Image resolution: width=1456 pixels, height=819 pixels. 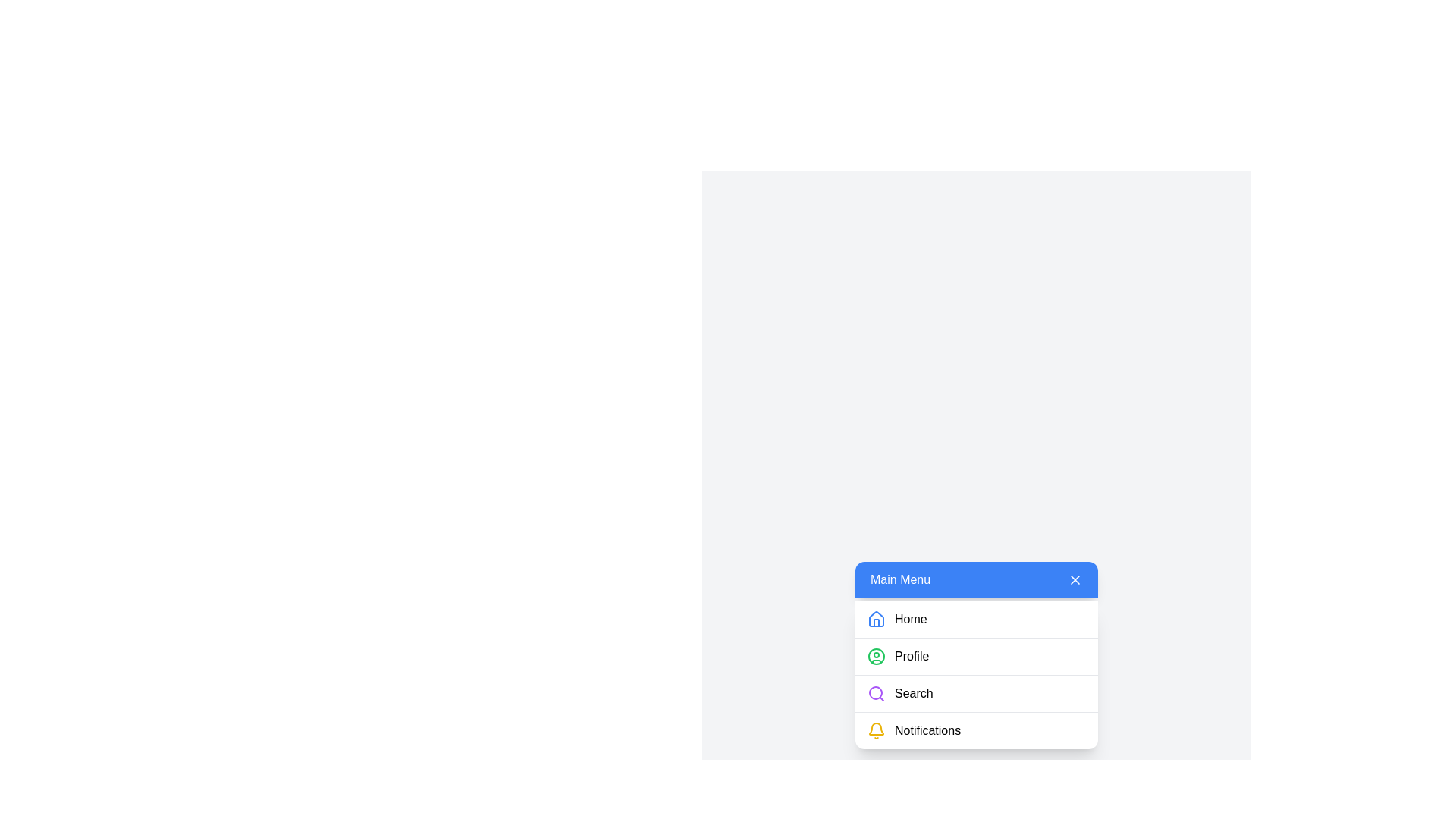 I want to click on the 'Home' icon in the navigation menu, so click(x=877, y=620).